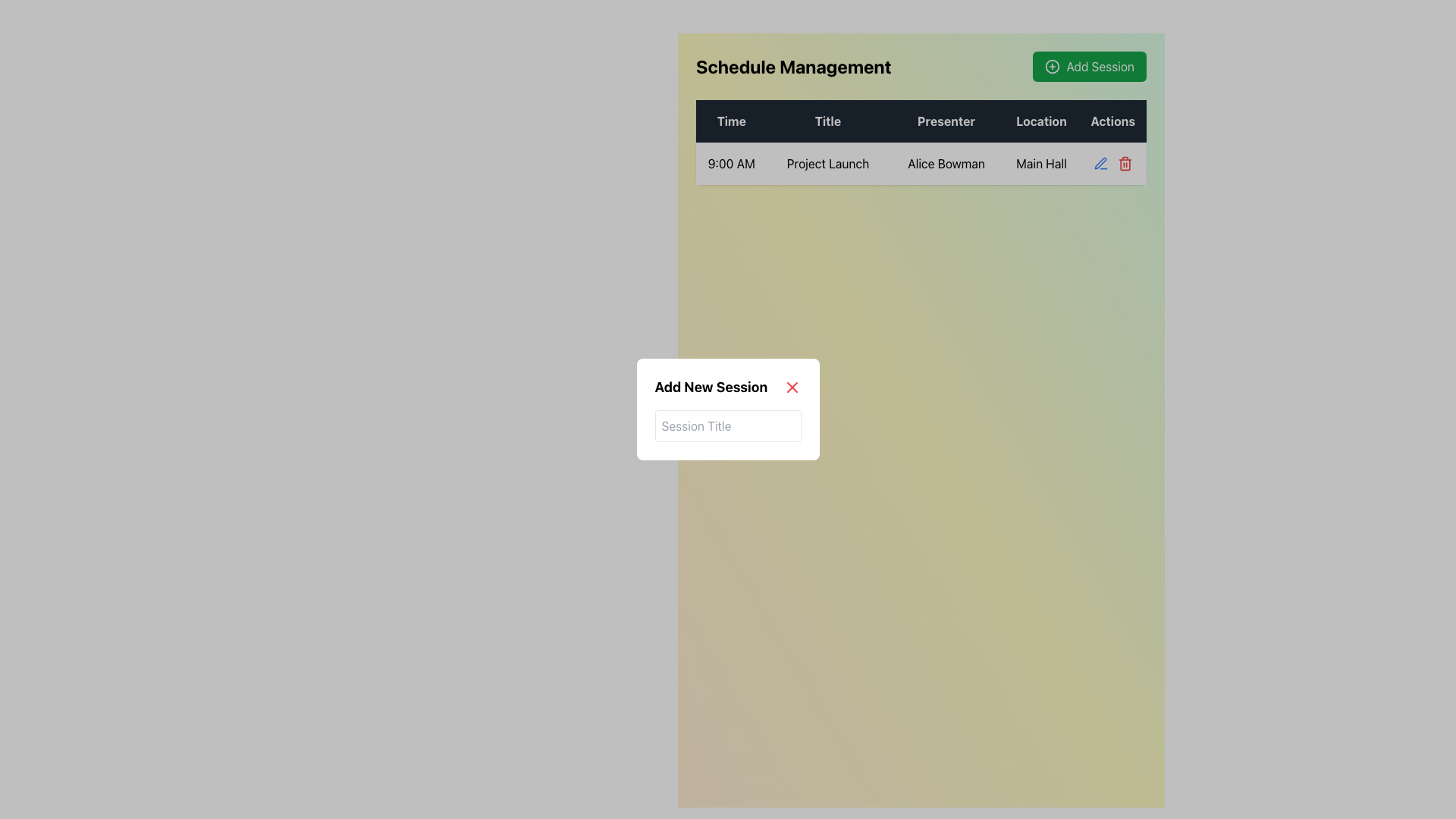 Image resolution: width=1456 pixels, height=819 pixels. What do you see at coordinates (946, 164) in the screenshot?
I see `the Text Label displaying the presenter's name in the first row of the 'Presenter' column in the event schedule` at bounding box center [946, 164].